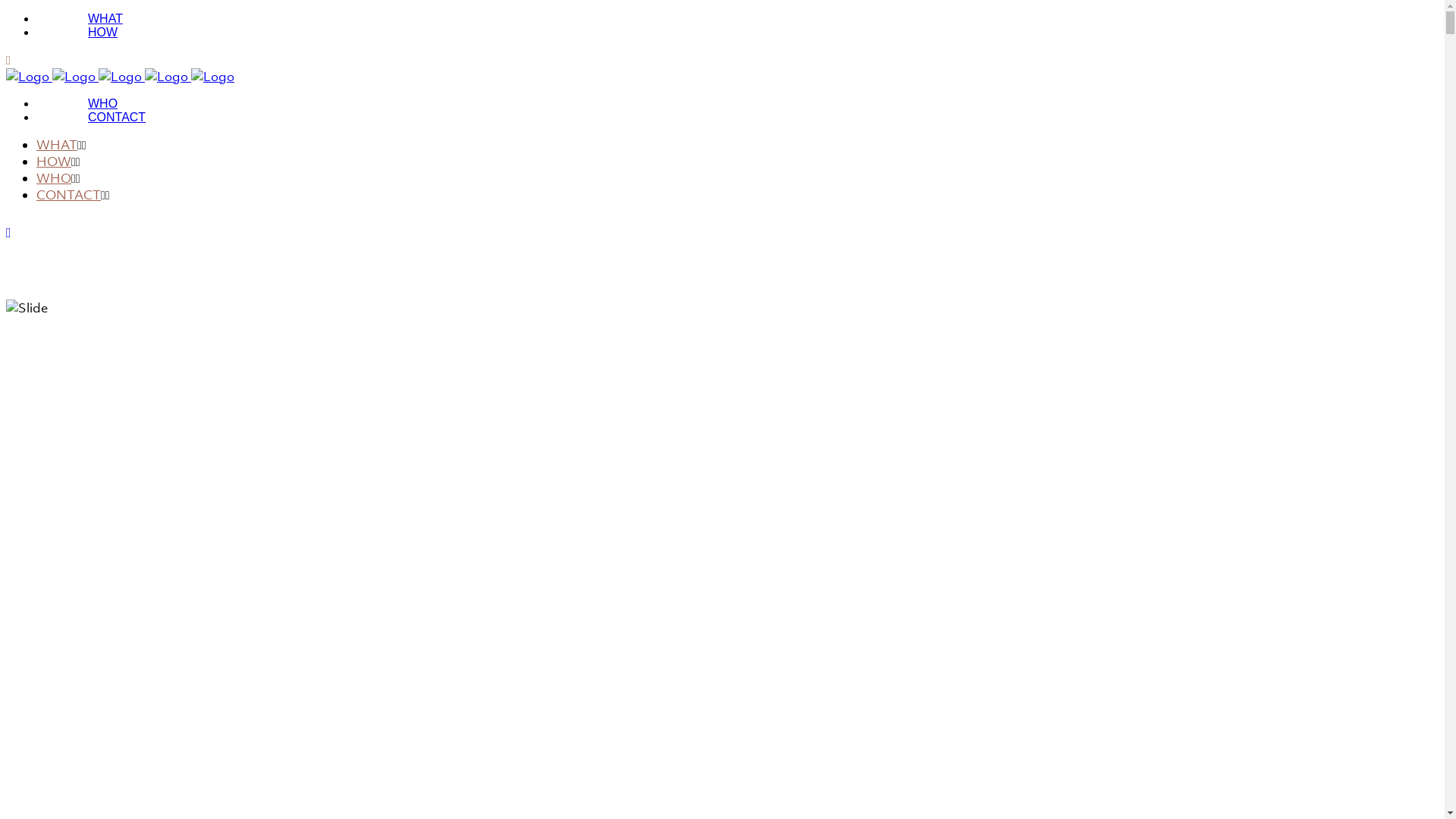 Image resolution: width=1456 pixels, height=819 pixels. Describe the element at coordinates (36, 32) in the screenshot. I see `'HOW'` at that location.